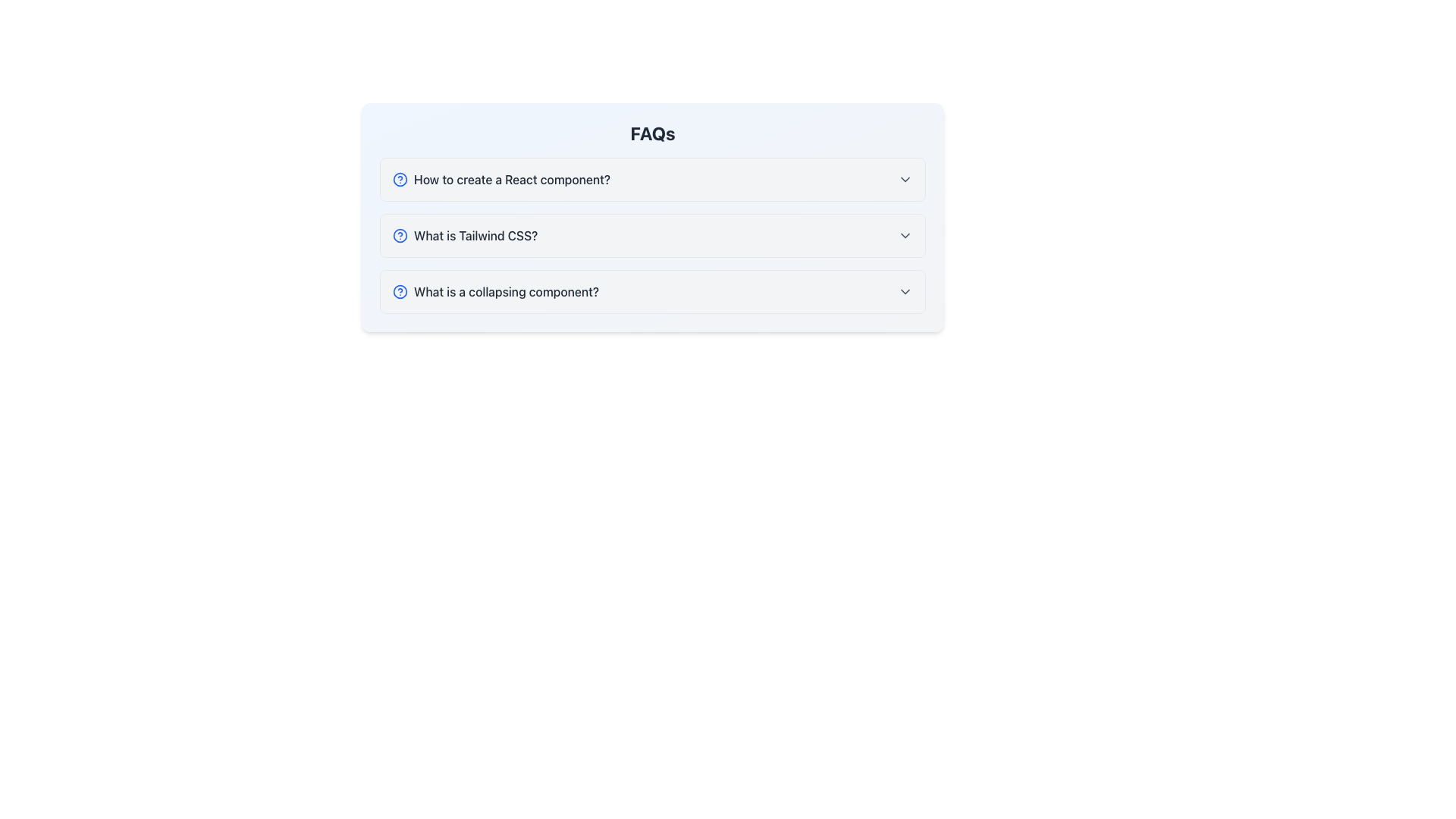  What do you see at coordinates (652, 236) in the screenshot?
I see `the second collapsible FAQ item` at bounding box center [652, 236].